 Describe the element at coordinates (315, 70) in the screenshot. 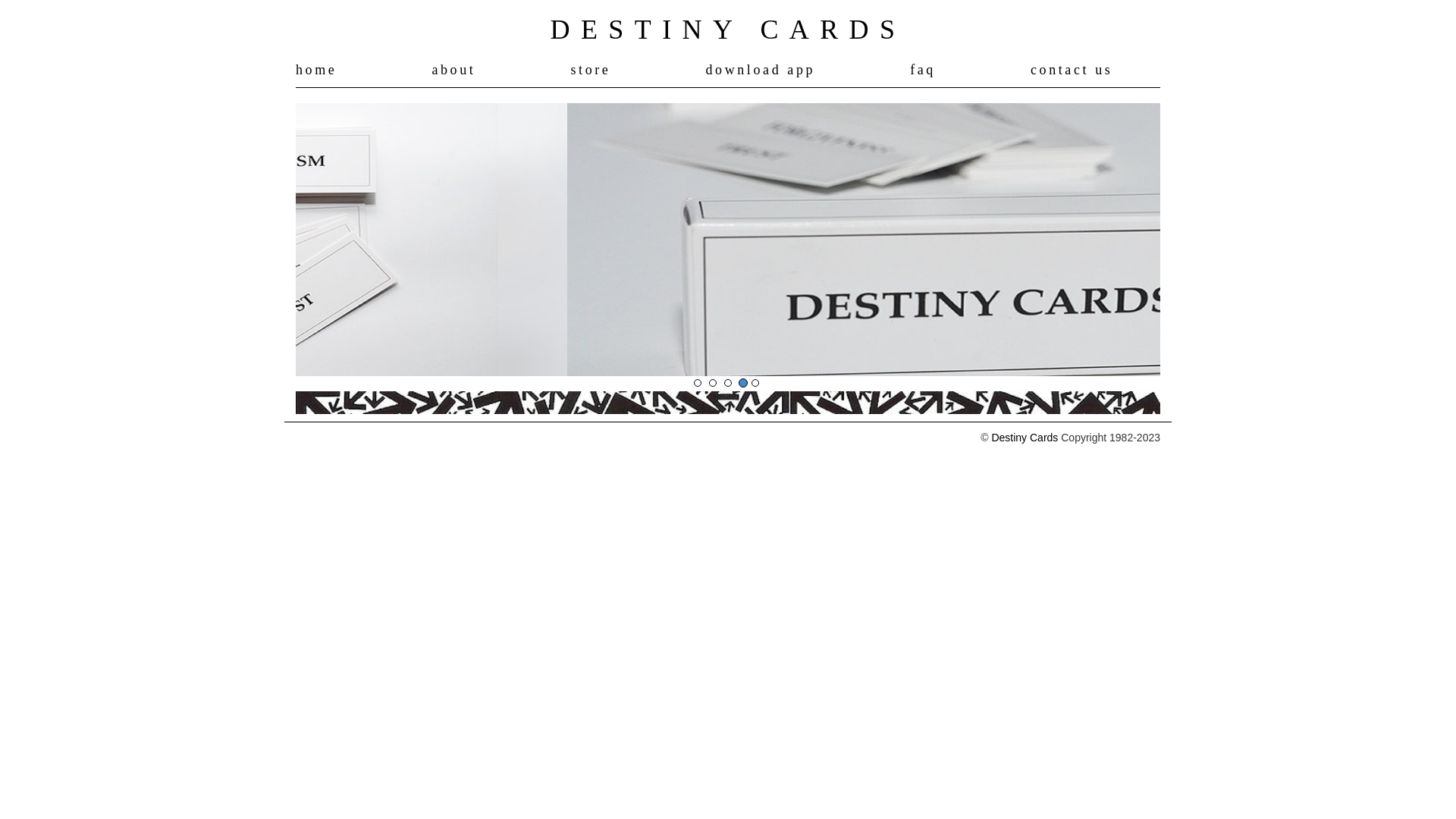

I see `'home'` at that location.